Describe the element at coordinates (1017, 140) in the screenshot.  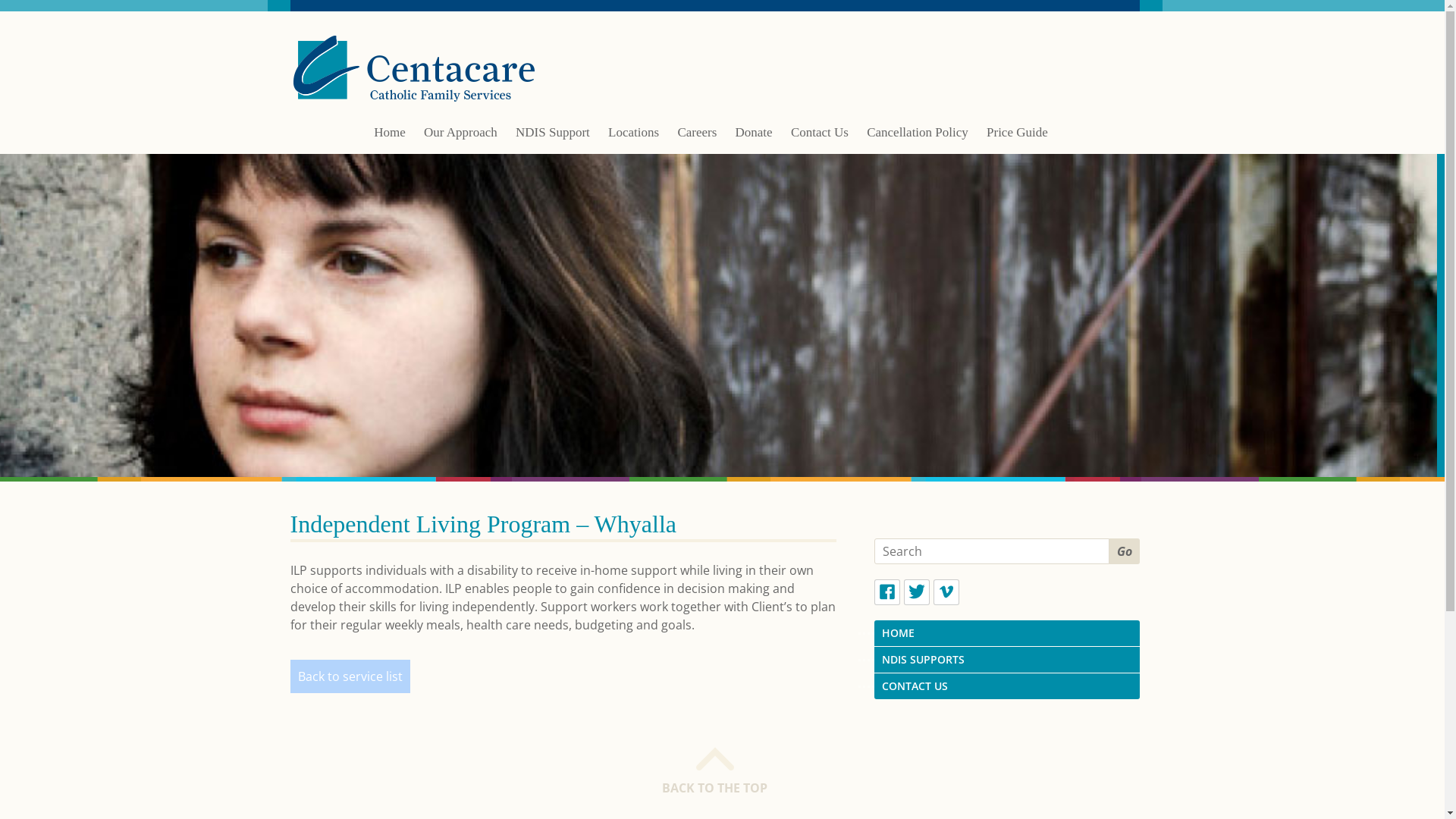
I see `'Price Guide'` at that location.